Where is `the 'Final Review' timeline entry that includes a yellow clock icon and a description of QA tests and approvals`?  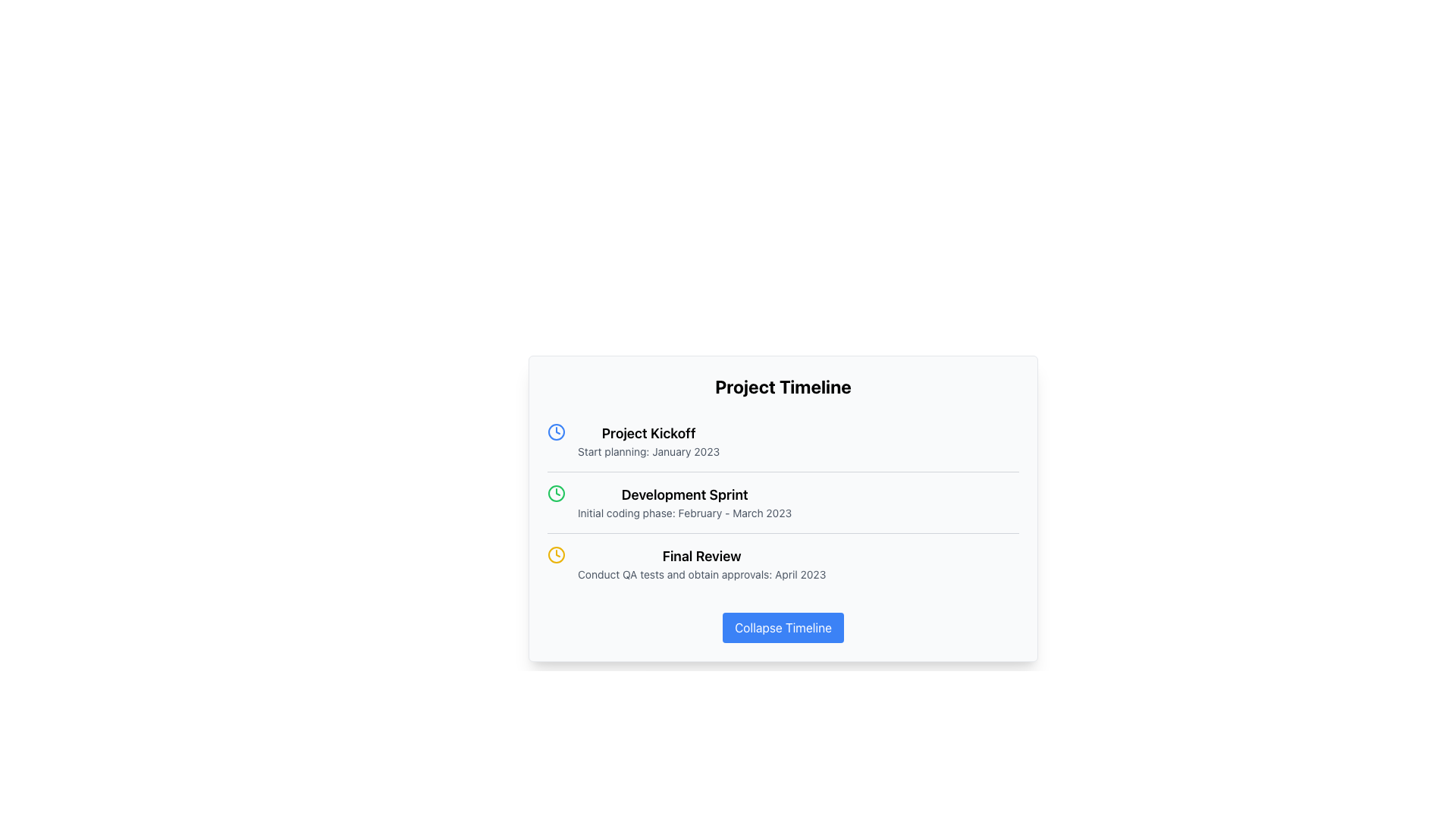 the 'Final Review' timeline entry that includes a yellow clock icon and a description of QA tests and approvals is located at coordinates (783, 563).